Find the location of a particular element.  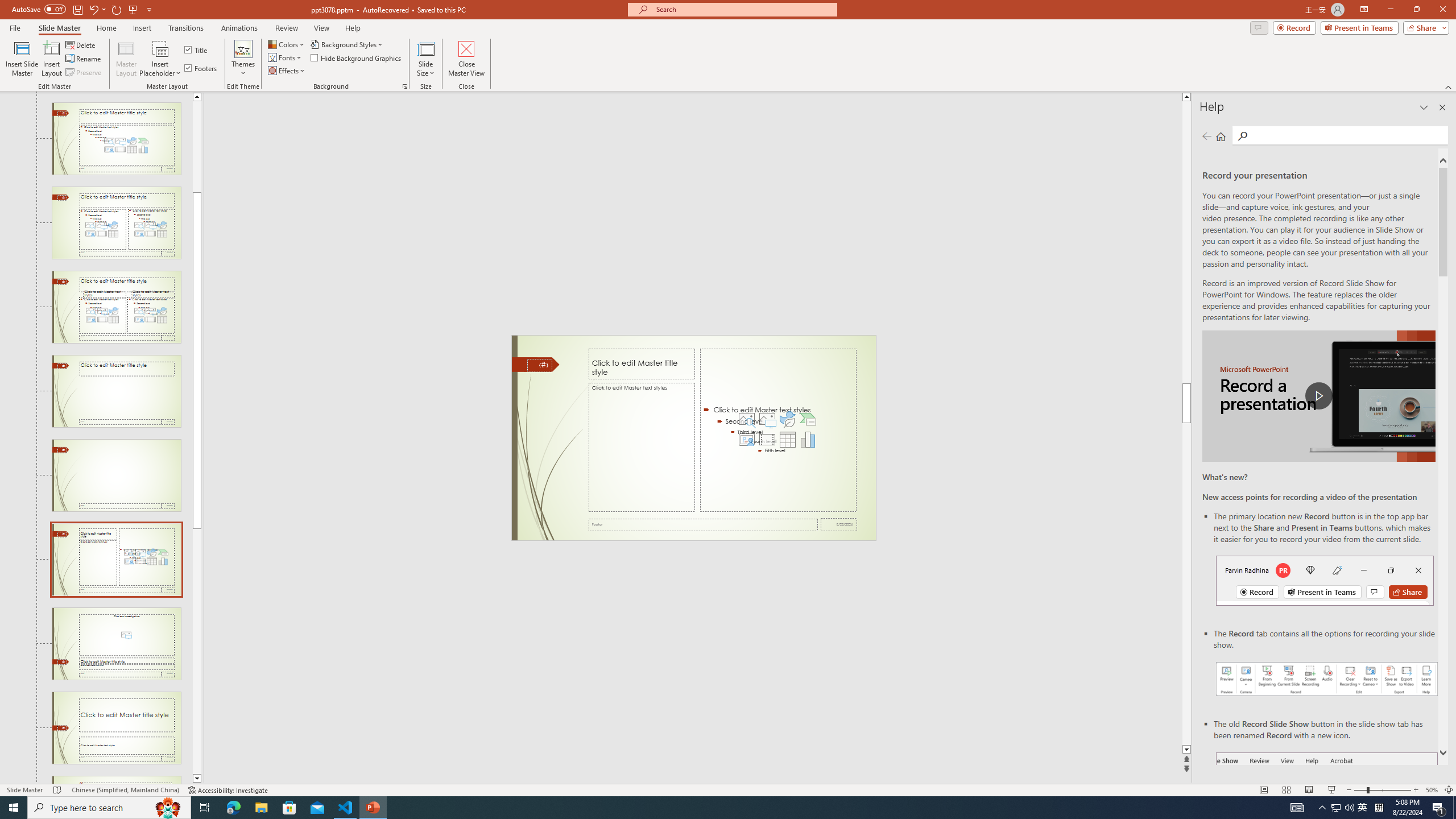

'Delete' is located at coordinates (81, 44).